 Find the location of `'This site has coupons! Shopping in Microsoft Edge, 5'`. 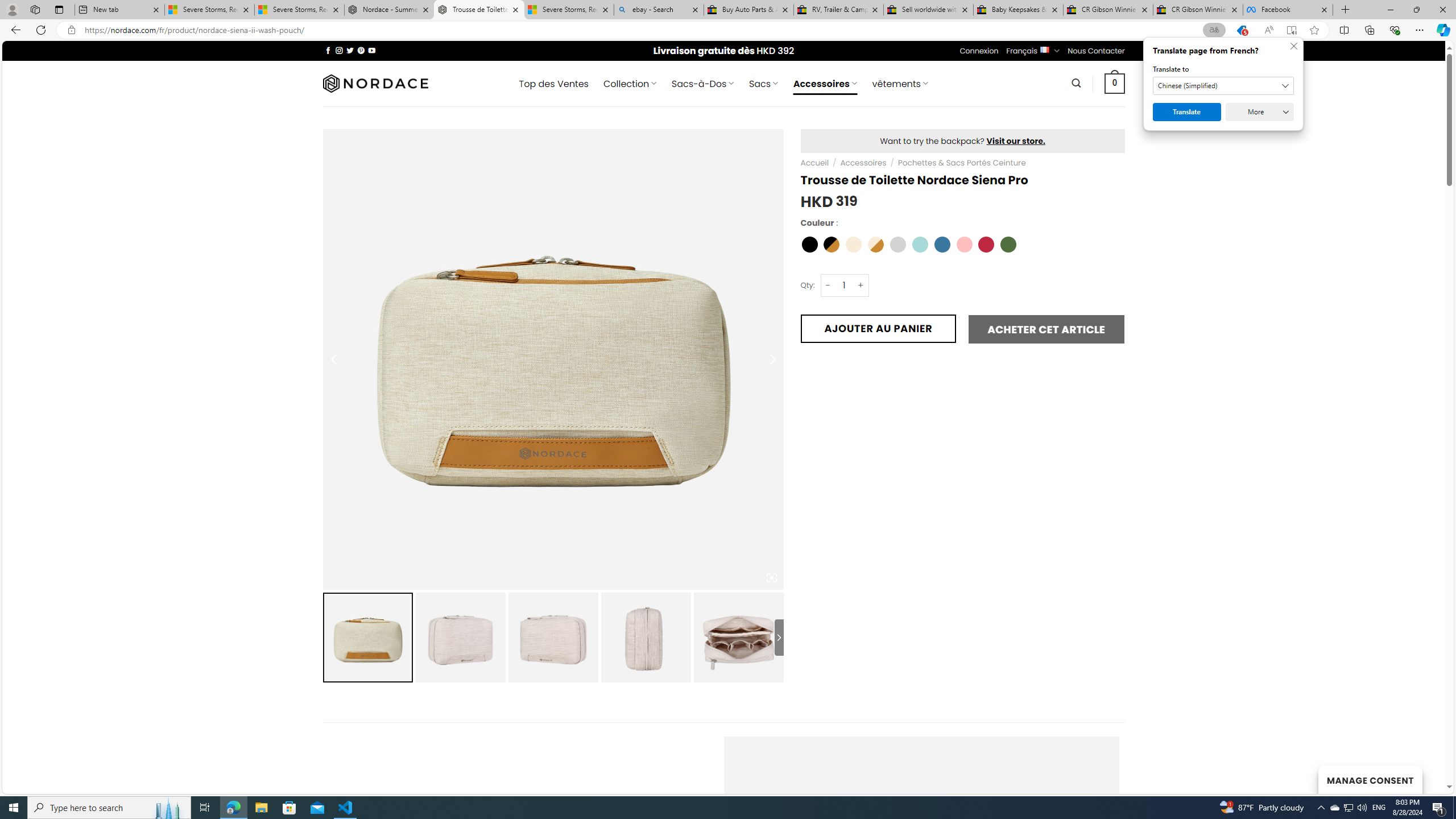

'This site has coupons! Shopping in Microsoft Edge, 5' is located at coordinates (1241, 30).